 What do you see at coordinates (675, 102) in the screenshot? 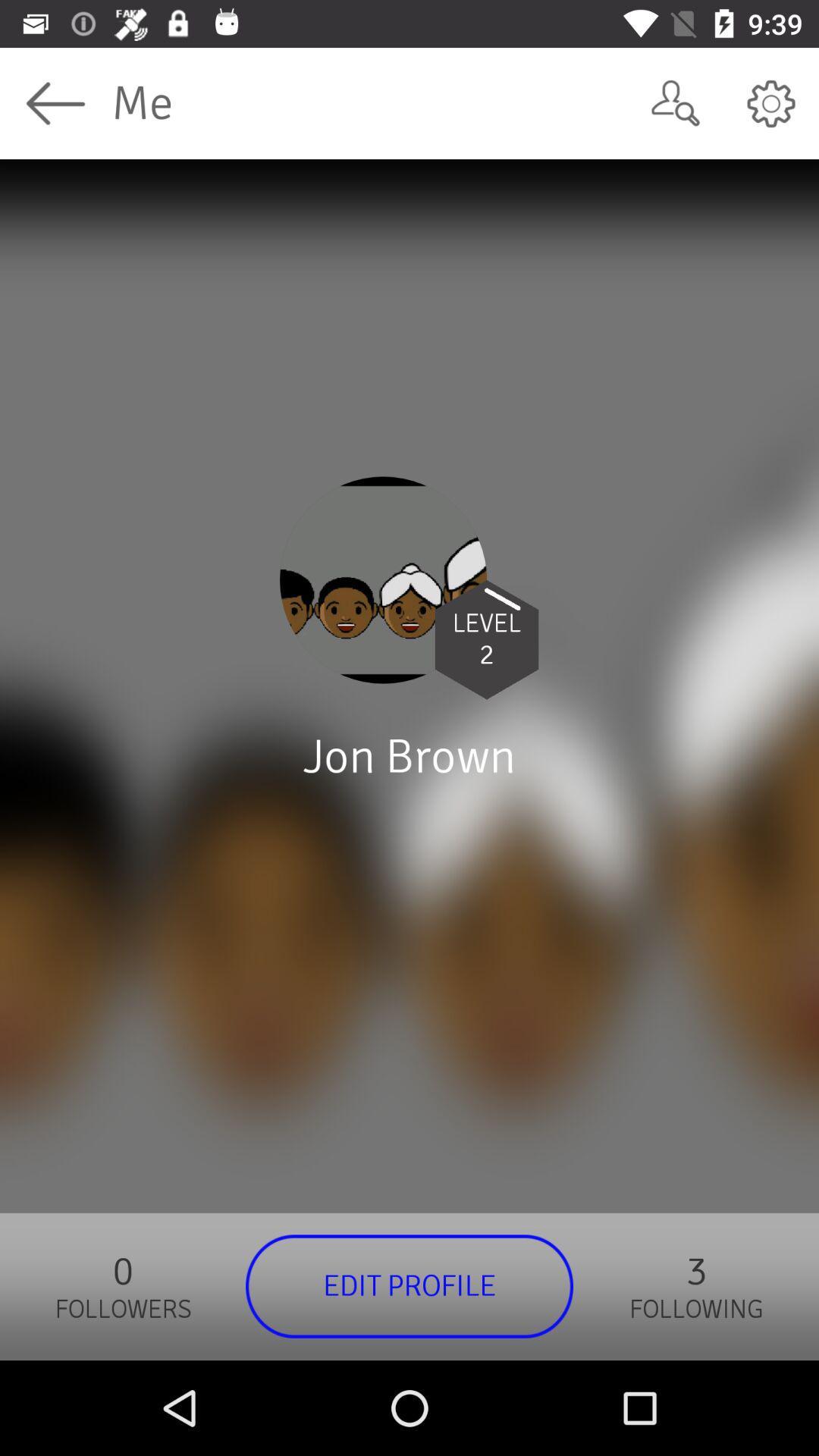
I see `the item to the right of me` at bounding box center [675, 102].